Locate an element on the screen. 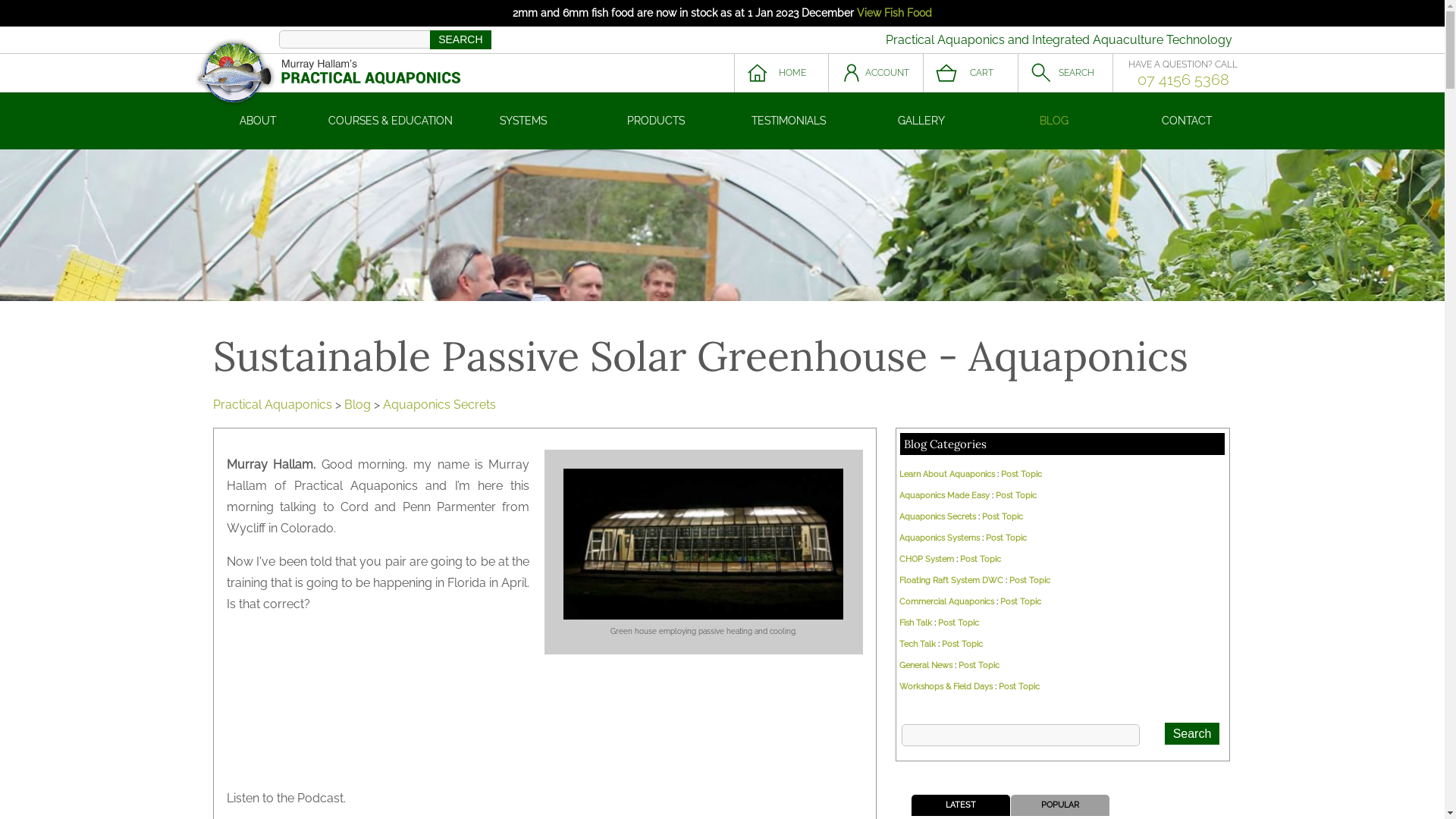 Image resolution: width=1456 pixels, height=819 pixels. 'Blog Categories' is located at coordinates (944, 444).